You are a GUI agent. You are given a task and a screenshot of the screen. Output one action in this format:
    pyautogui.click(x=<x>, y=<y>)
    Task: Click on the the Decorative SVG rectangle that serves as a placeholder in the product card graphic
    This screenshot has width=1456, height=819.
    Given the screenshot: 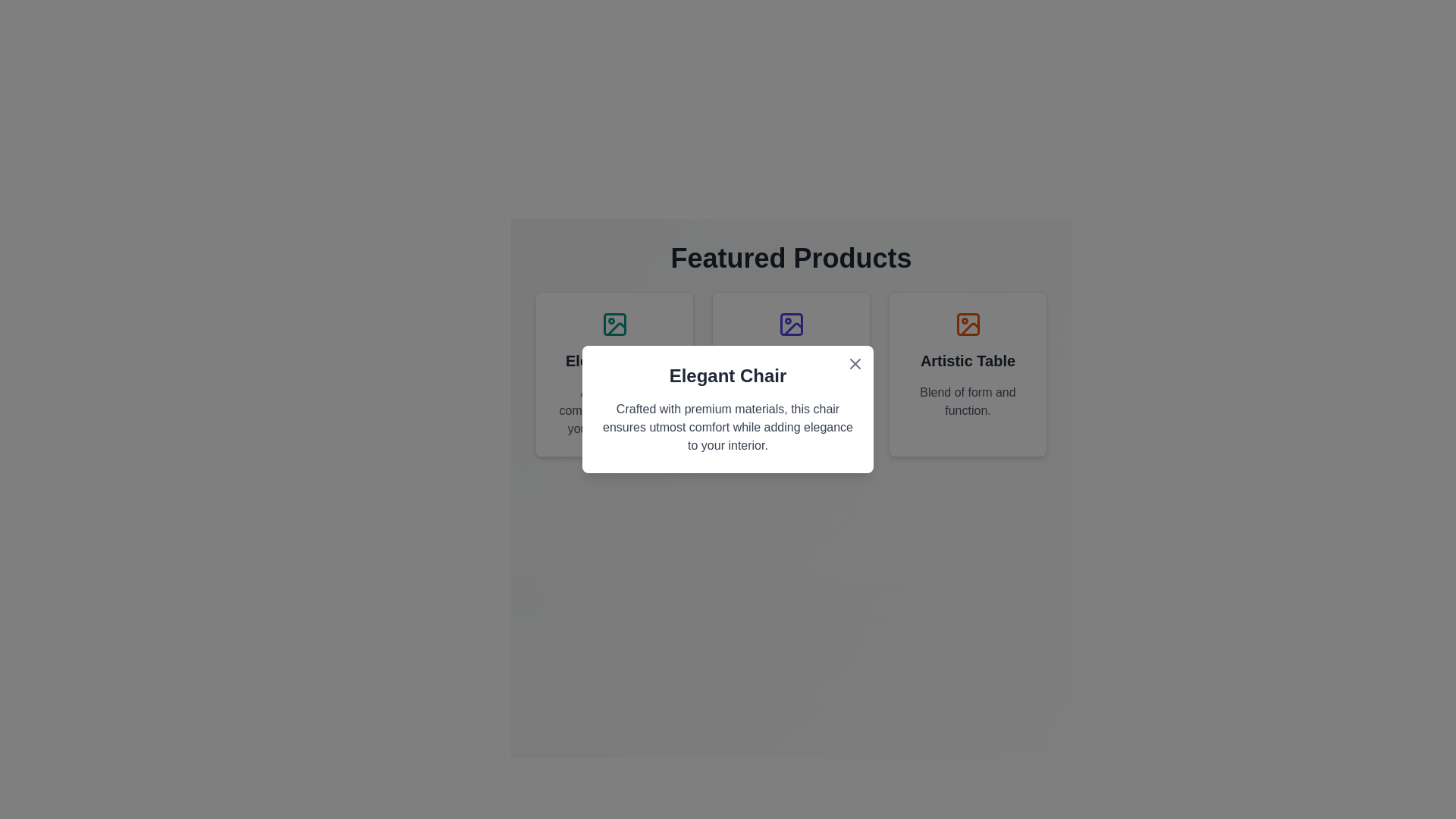 What is the action you would take?
    pyautogui.click(x=614, y=324)
    